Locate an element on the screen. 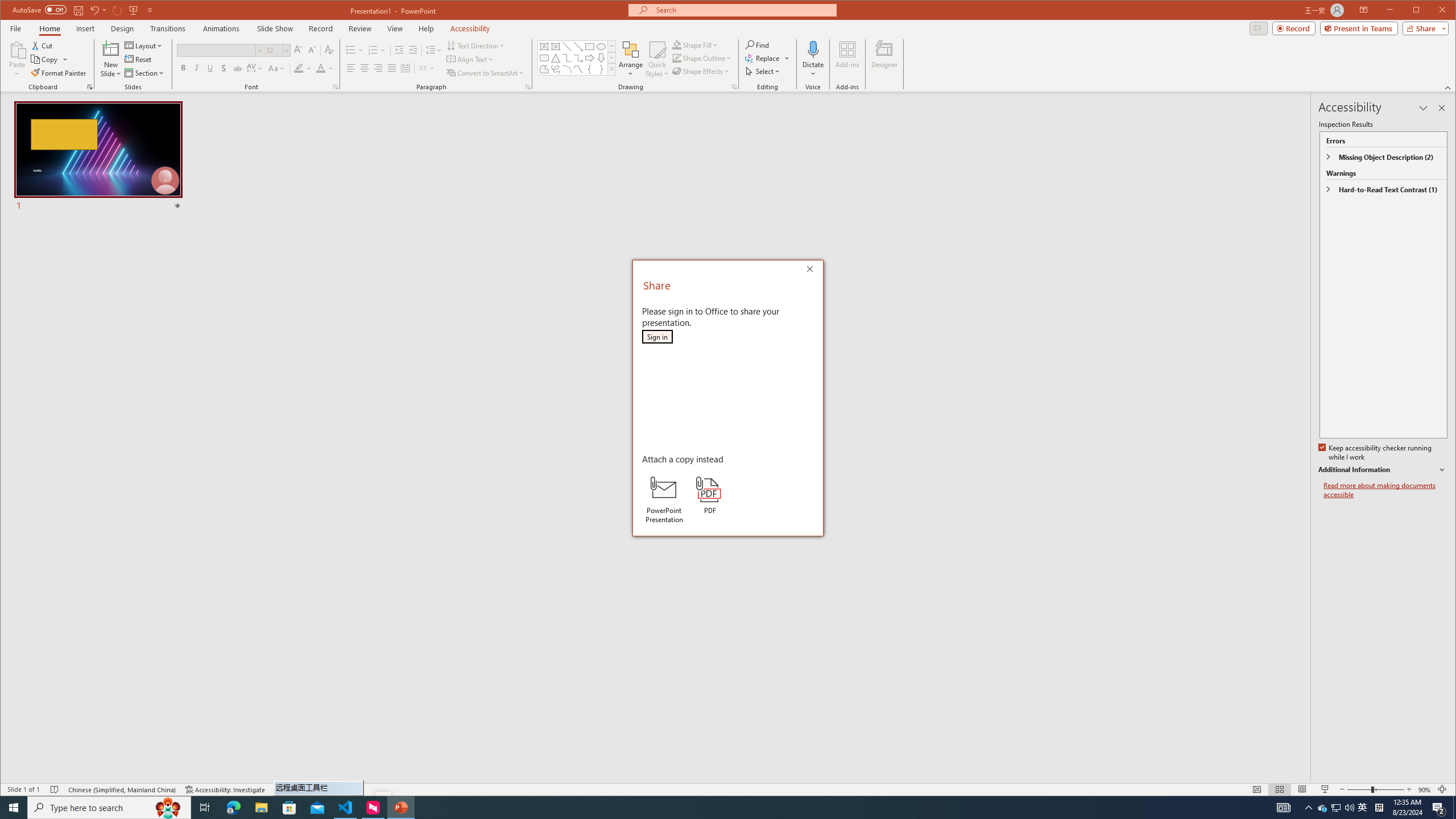 The height and width of the screenshot is (819, 1456). 'AutomationID: 4105' is located at coordinates (1283, 806).